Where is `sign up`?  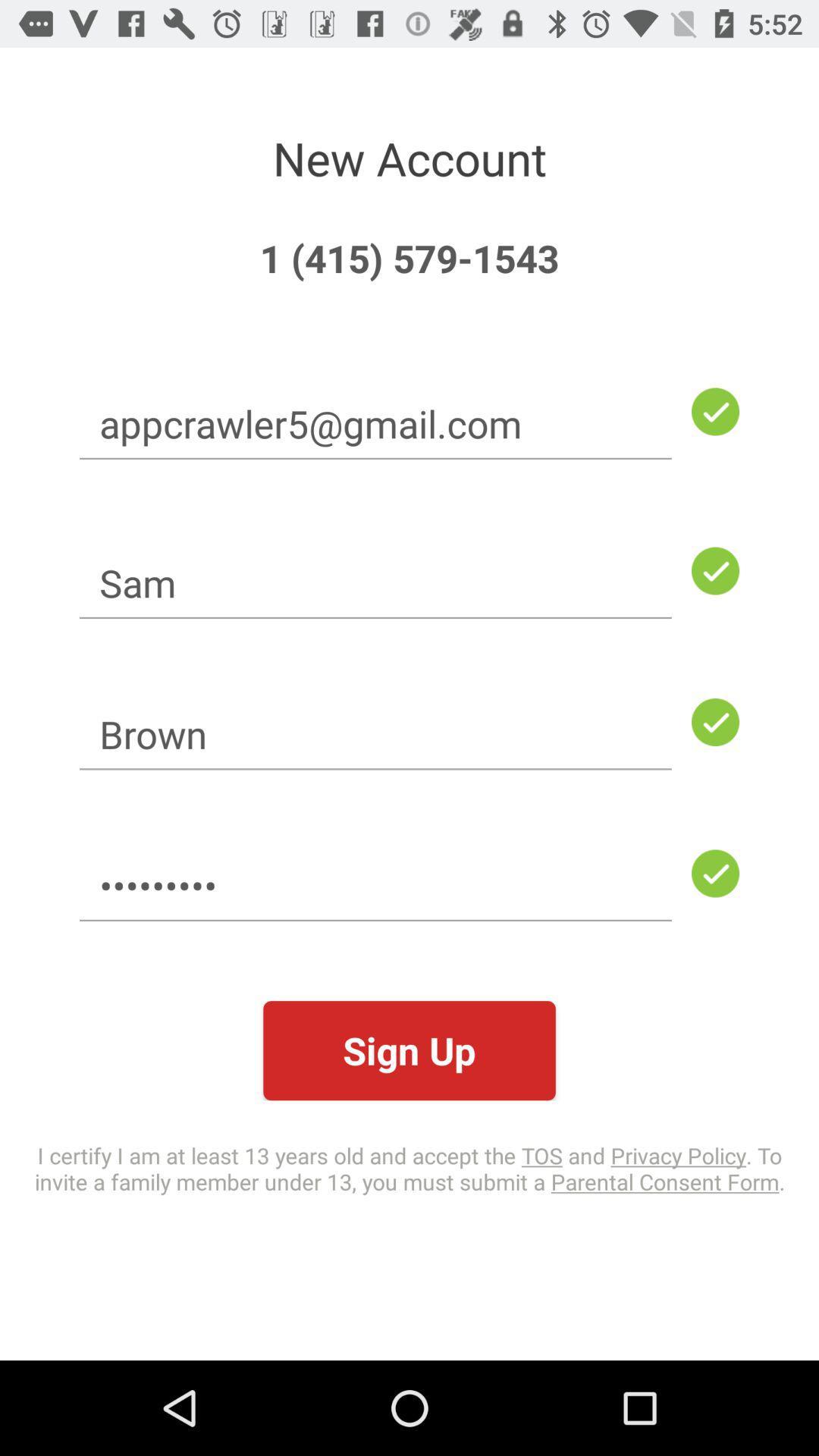
sign up is located at coordinates (409, 1050).